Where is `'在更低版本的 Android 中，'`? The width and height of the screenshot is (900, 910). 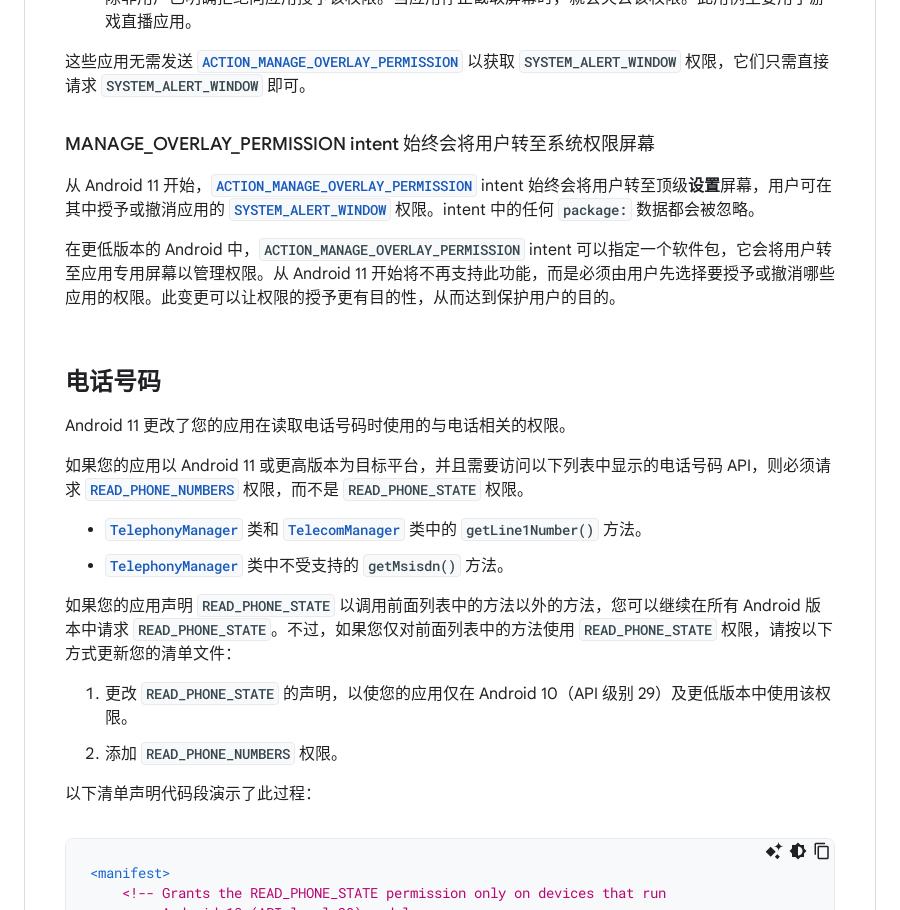
'在更低版本的 Android 中，' is located at coordinates (162, 249).